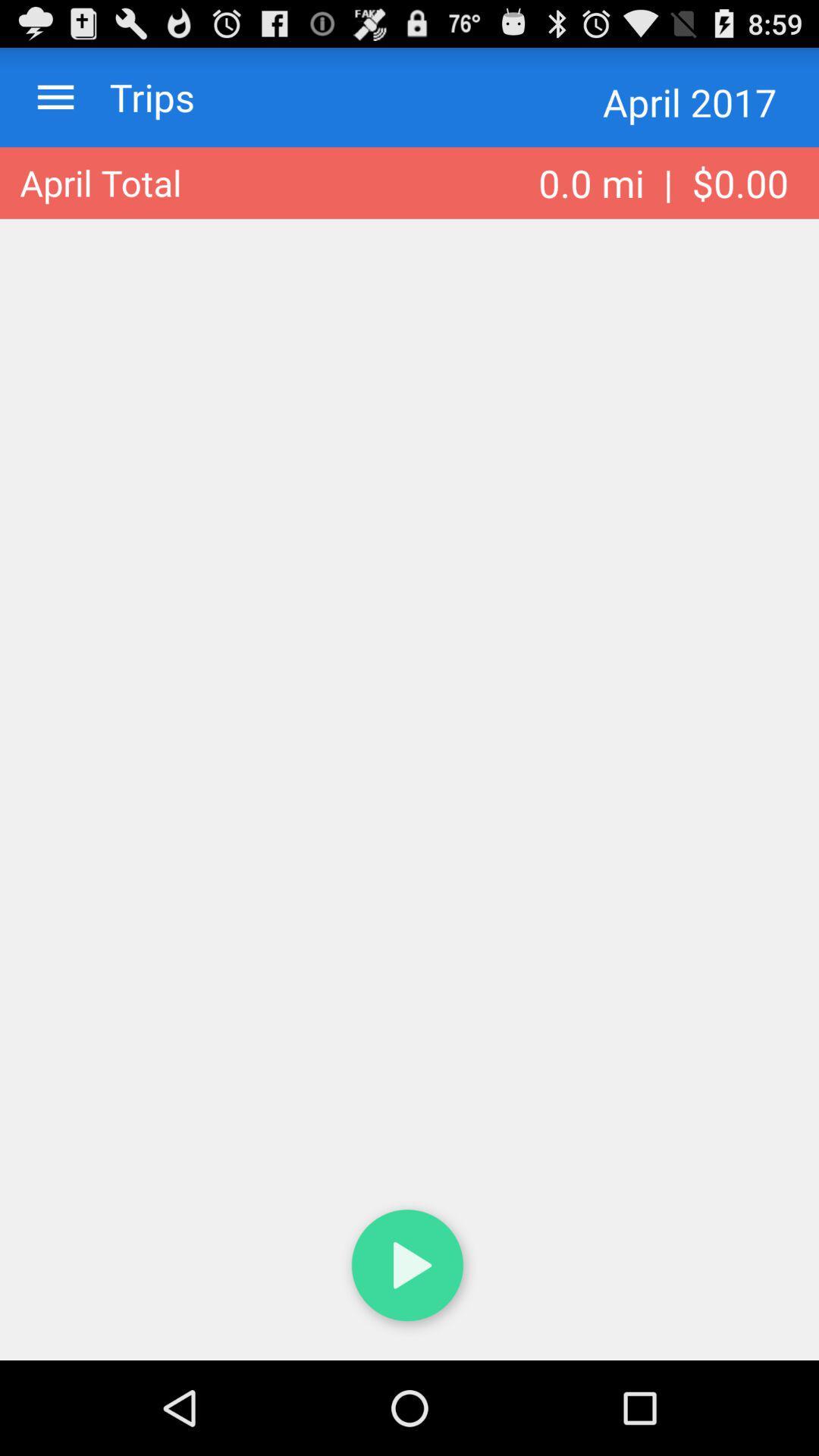  What do you see at coordinates (137, 96) in the screenshot?
I see `checkbox to the left of the april 2017 checkbox` at bounding box center [137, 96].